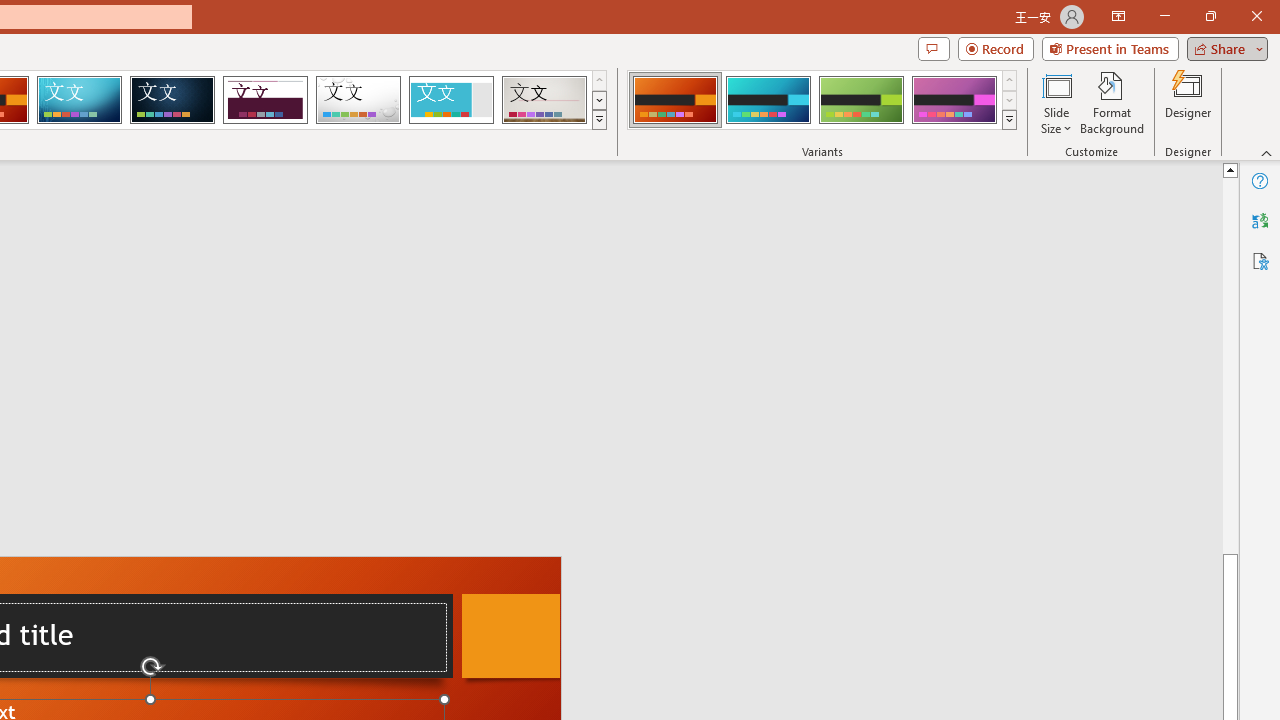 Image resolution: width=1280 pixels, height=720 pixels. I want to click on 'Frame', so click(450, 100).